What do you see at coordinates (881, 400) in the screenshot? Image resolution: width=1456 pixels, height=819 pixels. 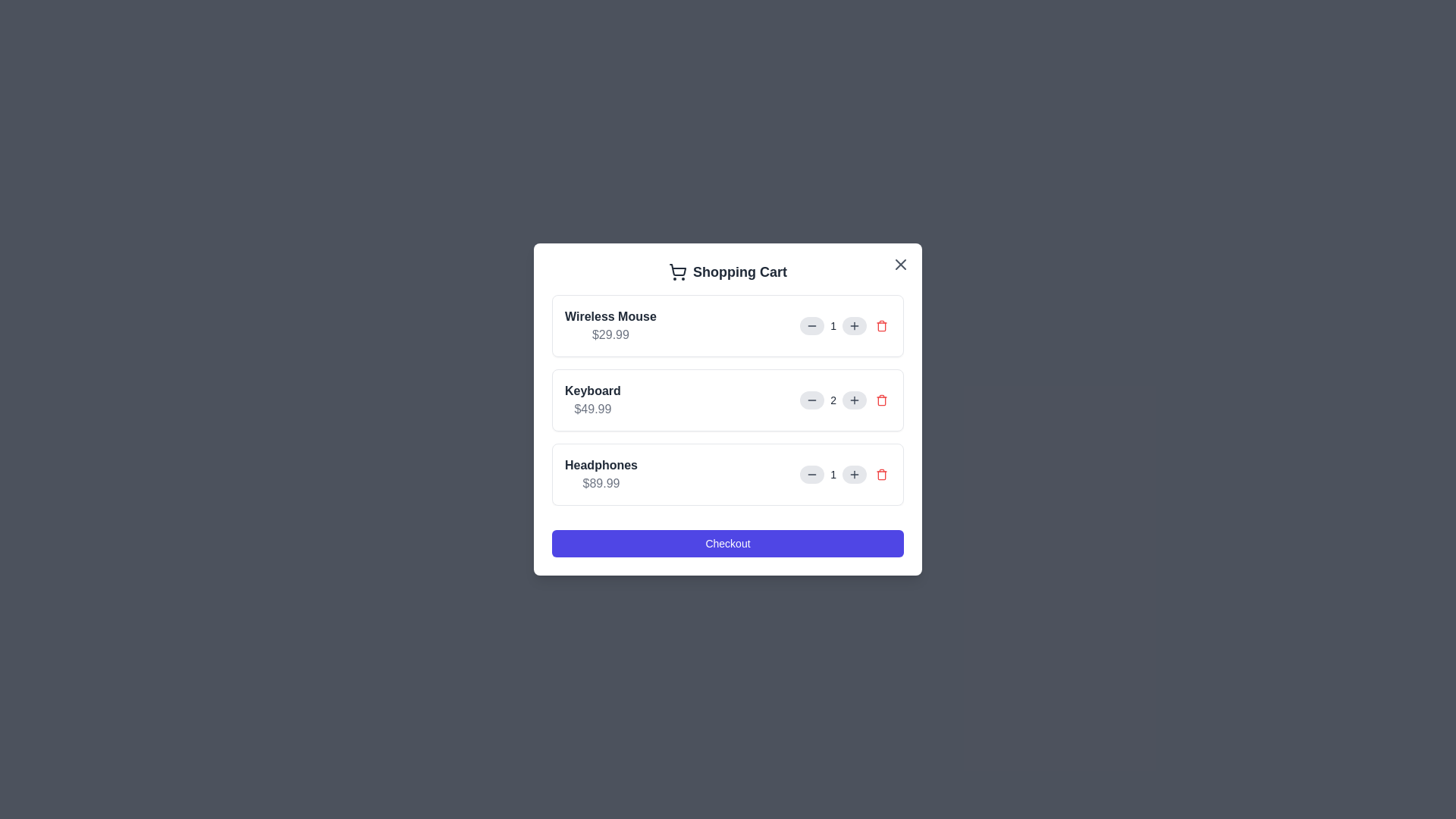 I see `the button located on the rightmost section of the second row of the shopping cart, which is used` at bounding box center [881, 400].